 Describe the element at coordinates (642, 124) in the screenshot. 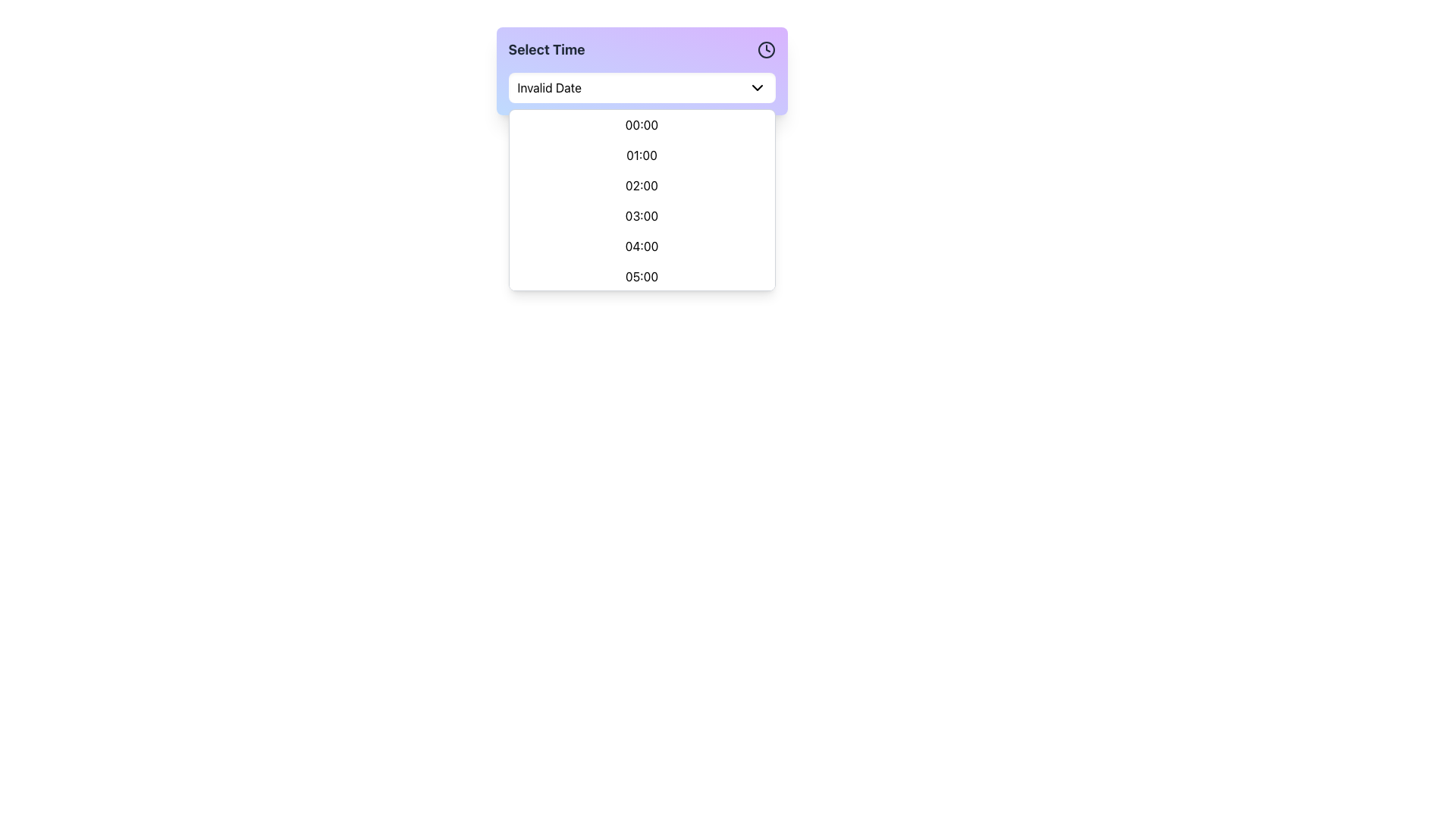

I see `the first selectable time option ('00:00') in the dropdown menu` at that location.